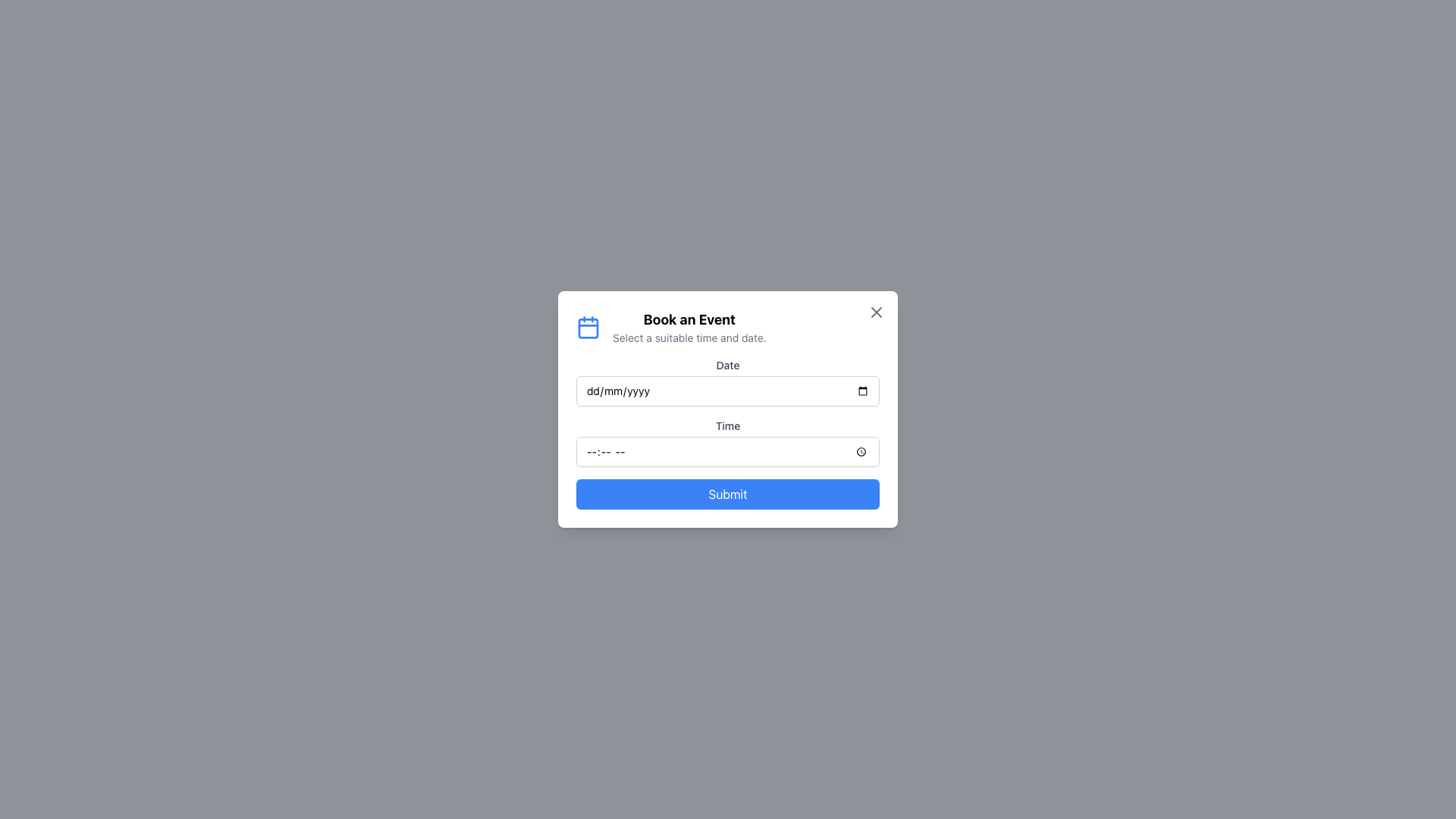 Image resolution: width=1456 pixels, height=819 pixels. What do you see at coordinates (689, 337) in the screenshot?
I see `the static text label that provides guidance about selecting a time and date, positioned below the 'Book an Event' label` at bounding box center [689, 337].